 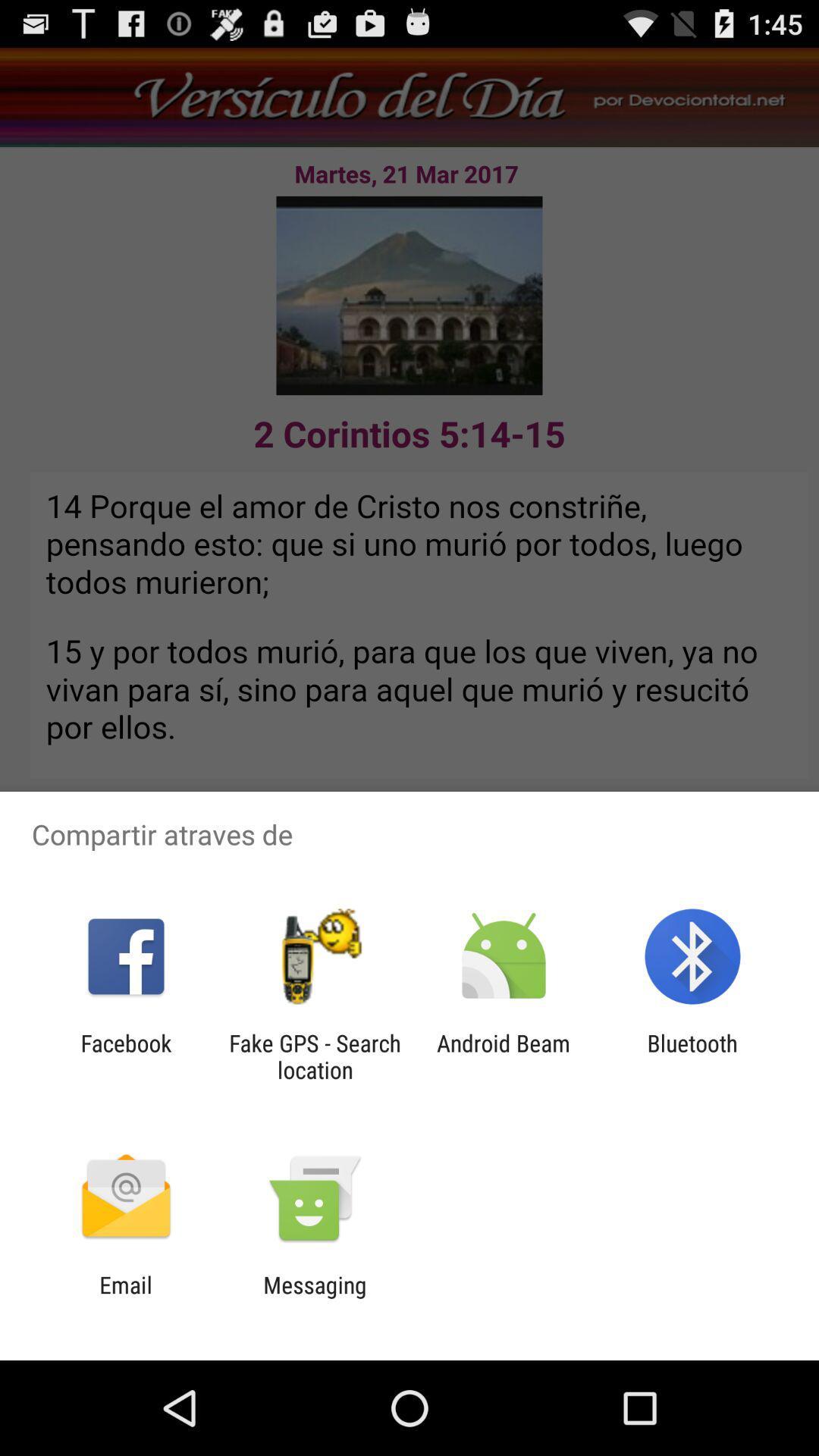 I want to click on the bluetooth icon, so click(x=692, y=1056).